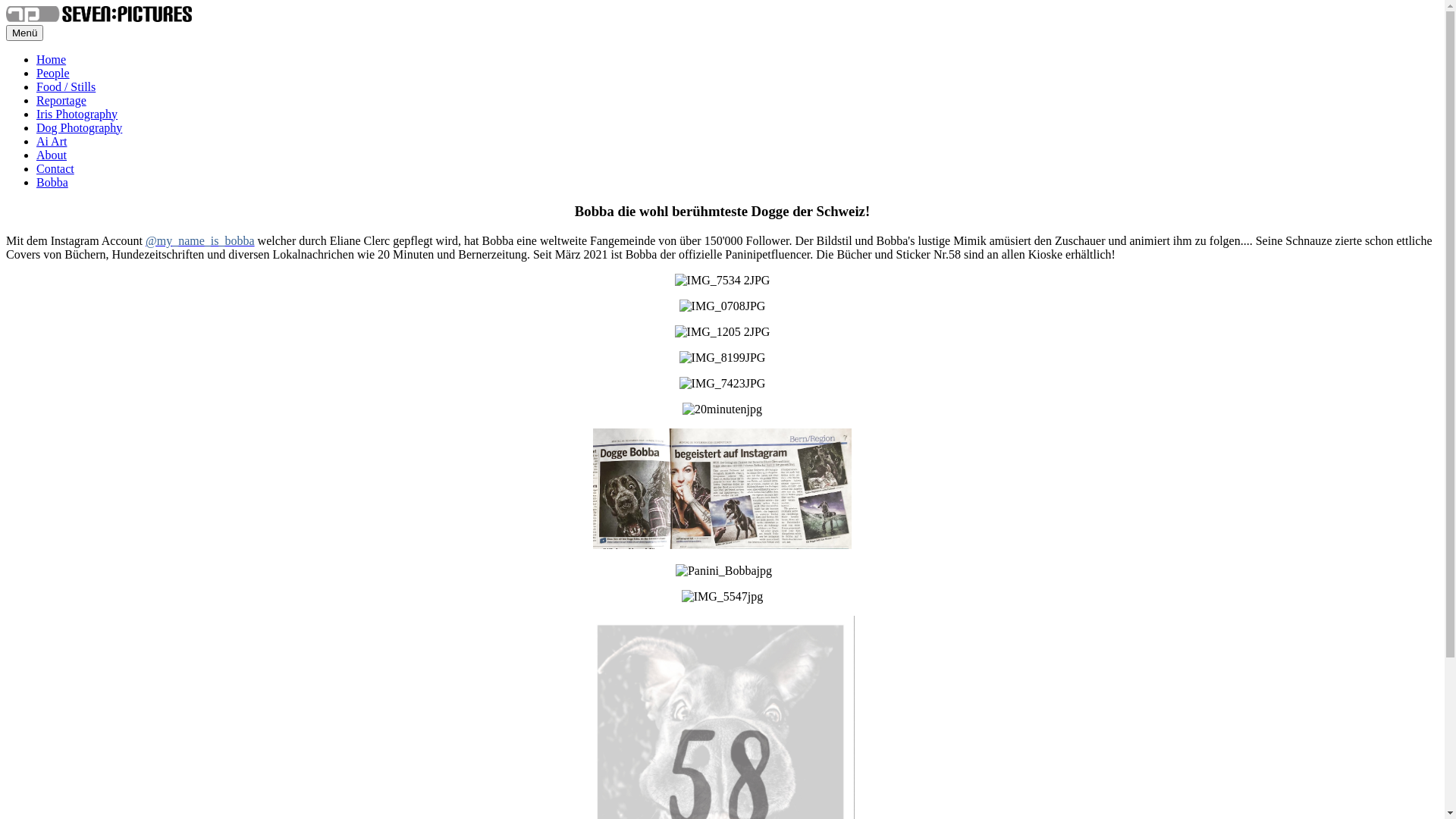 The image size is (1456, 819). What do you see at coordinates (36, 58) in the screenshot?
I see `'Home'` at bounding box center [36, 58].